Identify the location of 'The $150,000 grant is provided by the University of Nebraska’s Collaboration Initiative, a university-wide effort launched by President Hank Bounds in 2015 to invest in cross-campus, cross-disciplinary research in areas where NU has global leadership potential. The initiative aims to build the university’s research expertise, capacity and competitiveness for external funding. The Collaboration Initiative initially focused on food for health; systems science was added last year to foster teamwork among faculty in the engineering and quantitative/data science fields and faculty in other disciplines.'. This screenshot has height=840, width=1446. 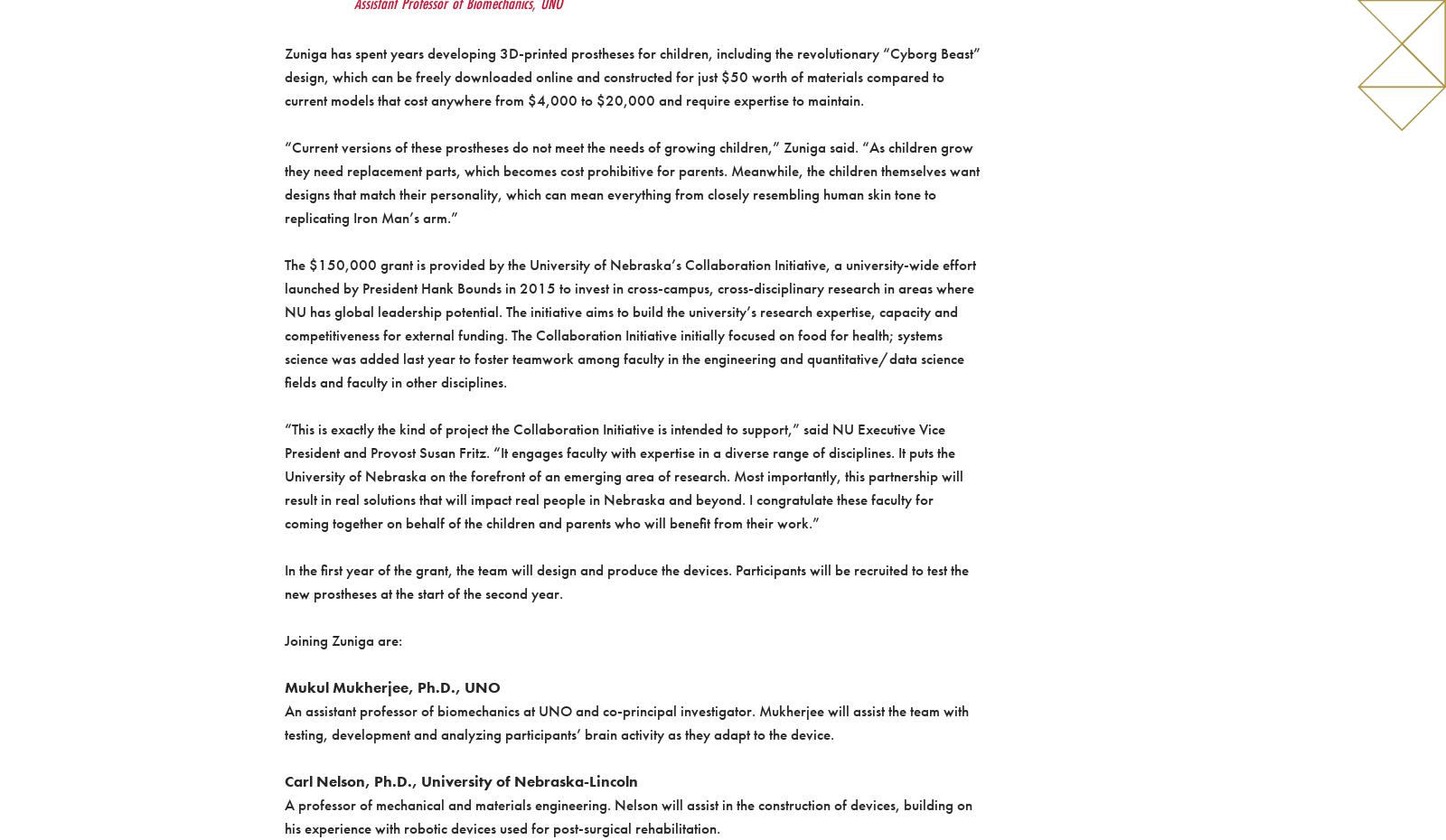
(284, 322).